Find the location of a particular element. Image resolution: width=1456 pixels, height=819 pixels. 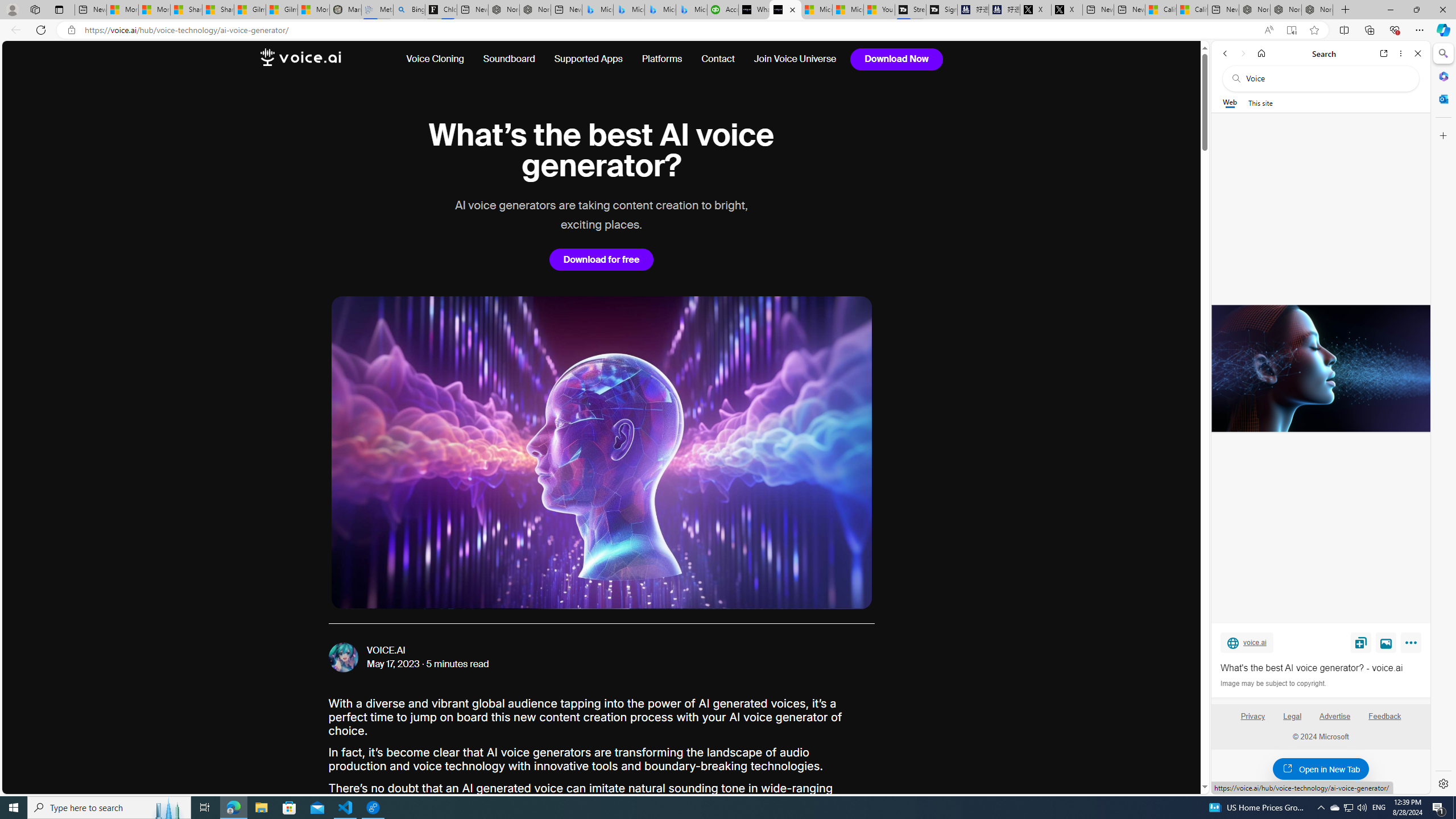

'Nordace Siena Pro 15 Backpack' is located at coordinates (1285, 9).